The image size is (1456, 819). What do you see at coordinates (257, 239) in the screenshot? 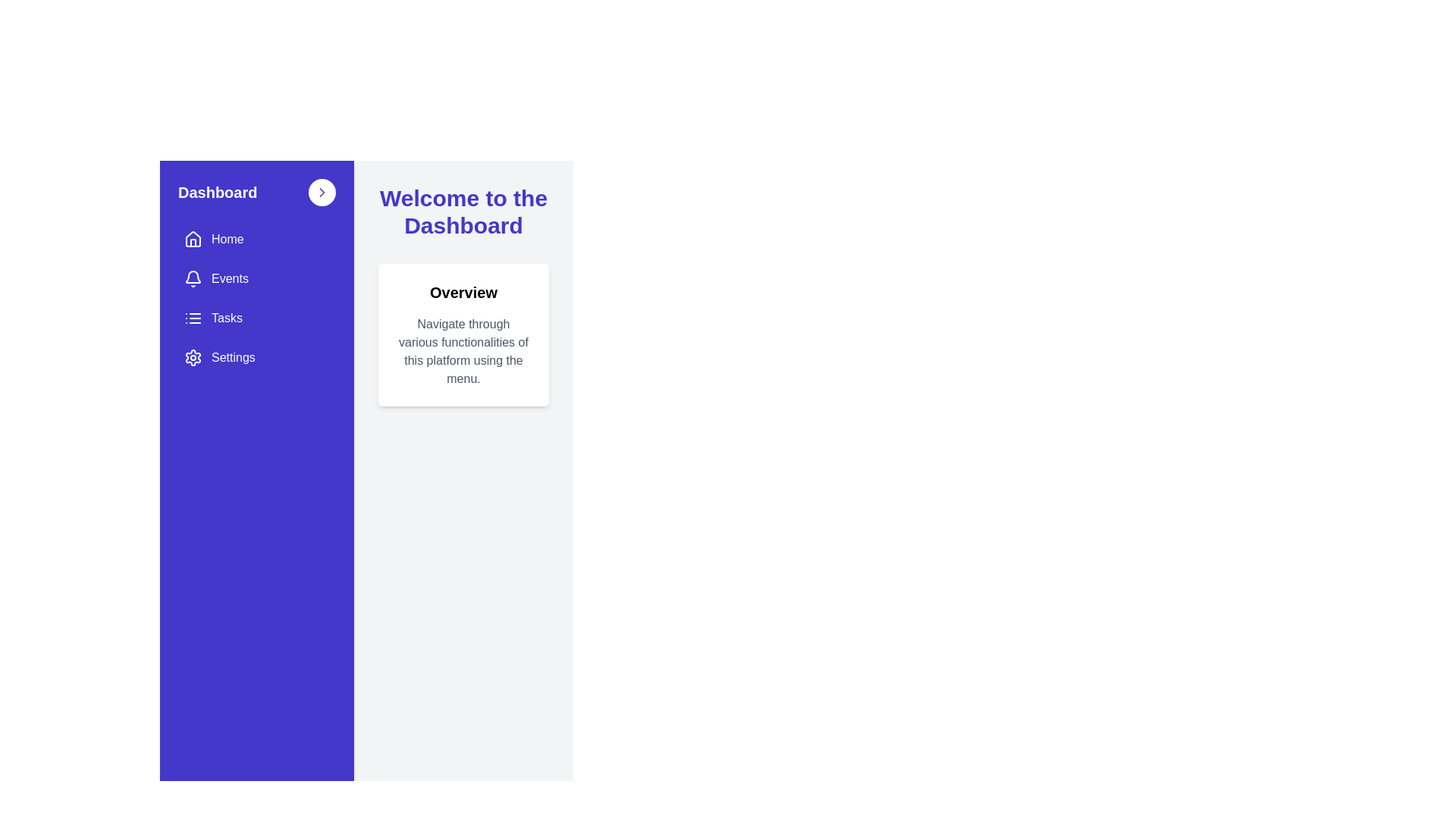
I see `the 'Home' button located in the vertical navigation menu on the left side of the dashboard` at bounding box center [257, 239].